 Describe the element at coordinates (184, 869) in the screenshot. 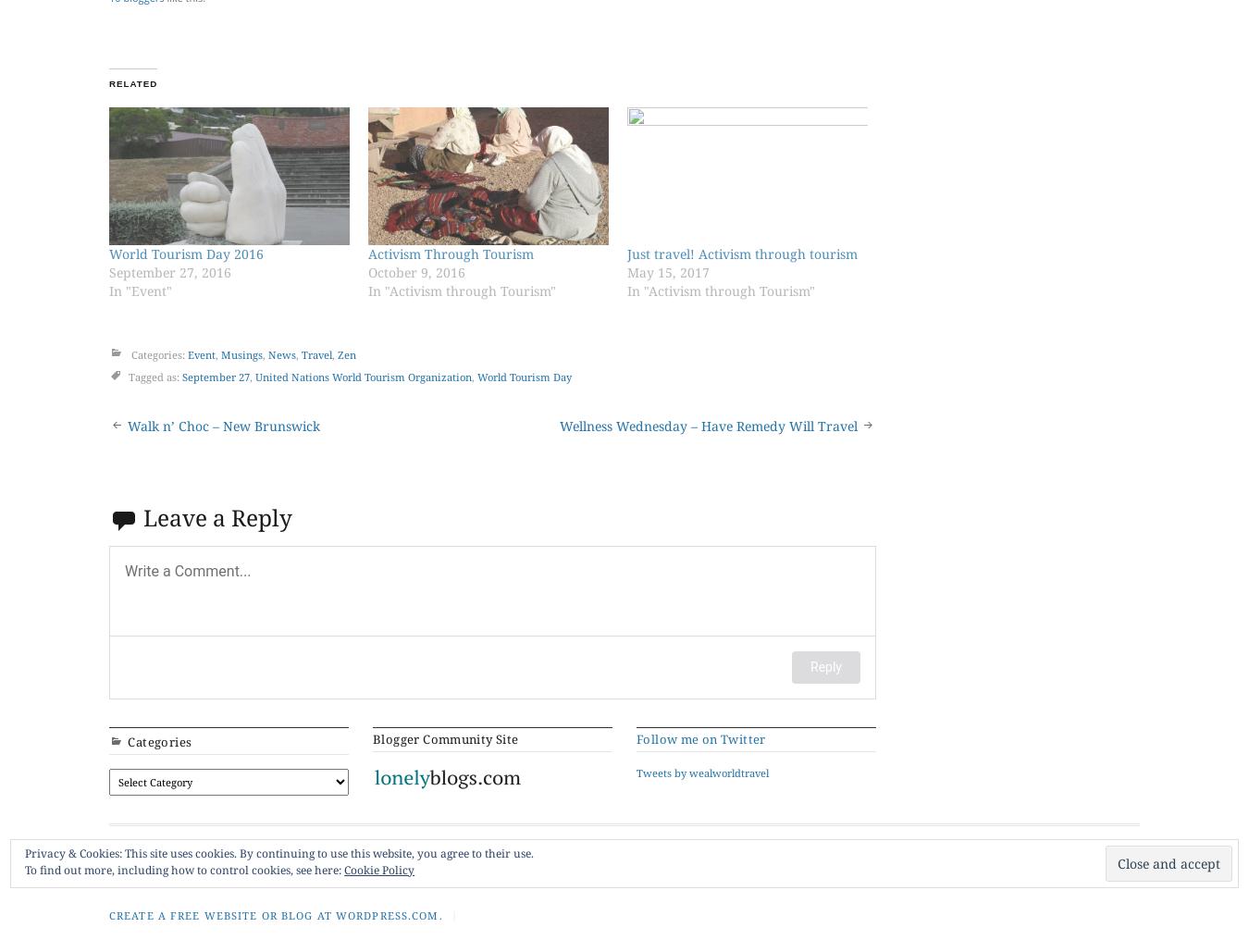

I see `'To find out more, including how to control cookies, see here:'` at that location.